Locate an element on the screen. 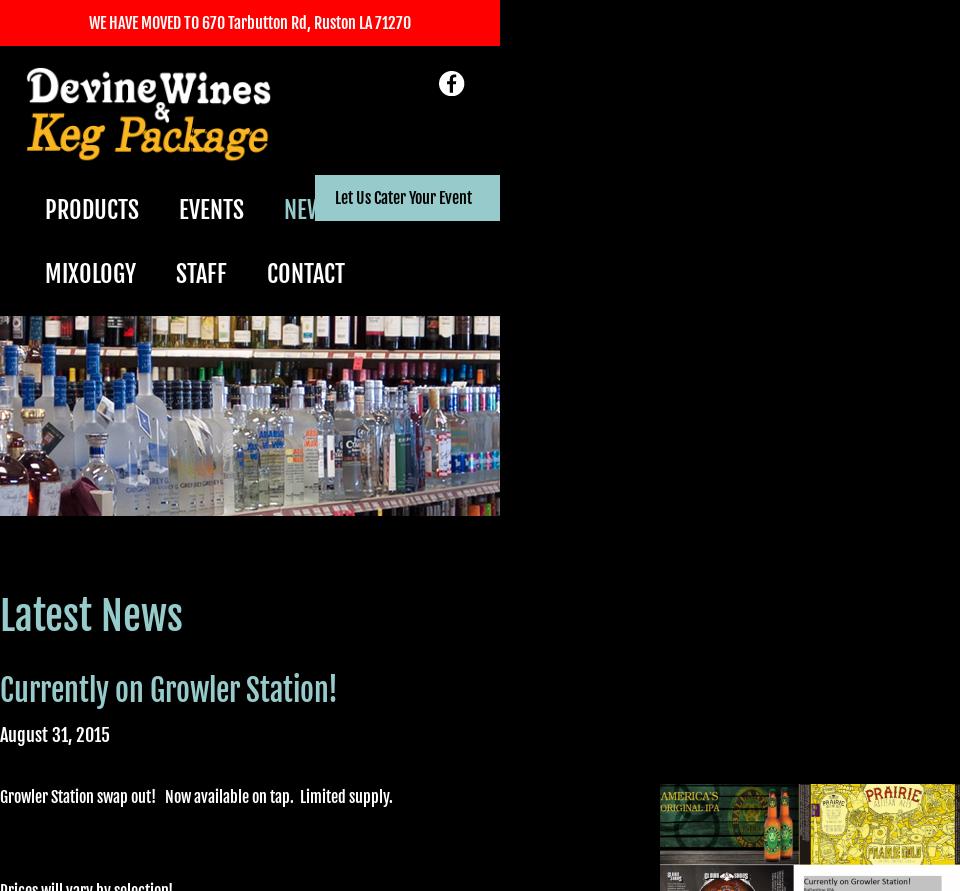 The width and height of the screenshot is (960, 891). 'EVENTS' is located at coordinates (211, 210).